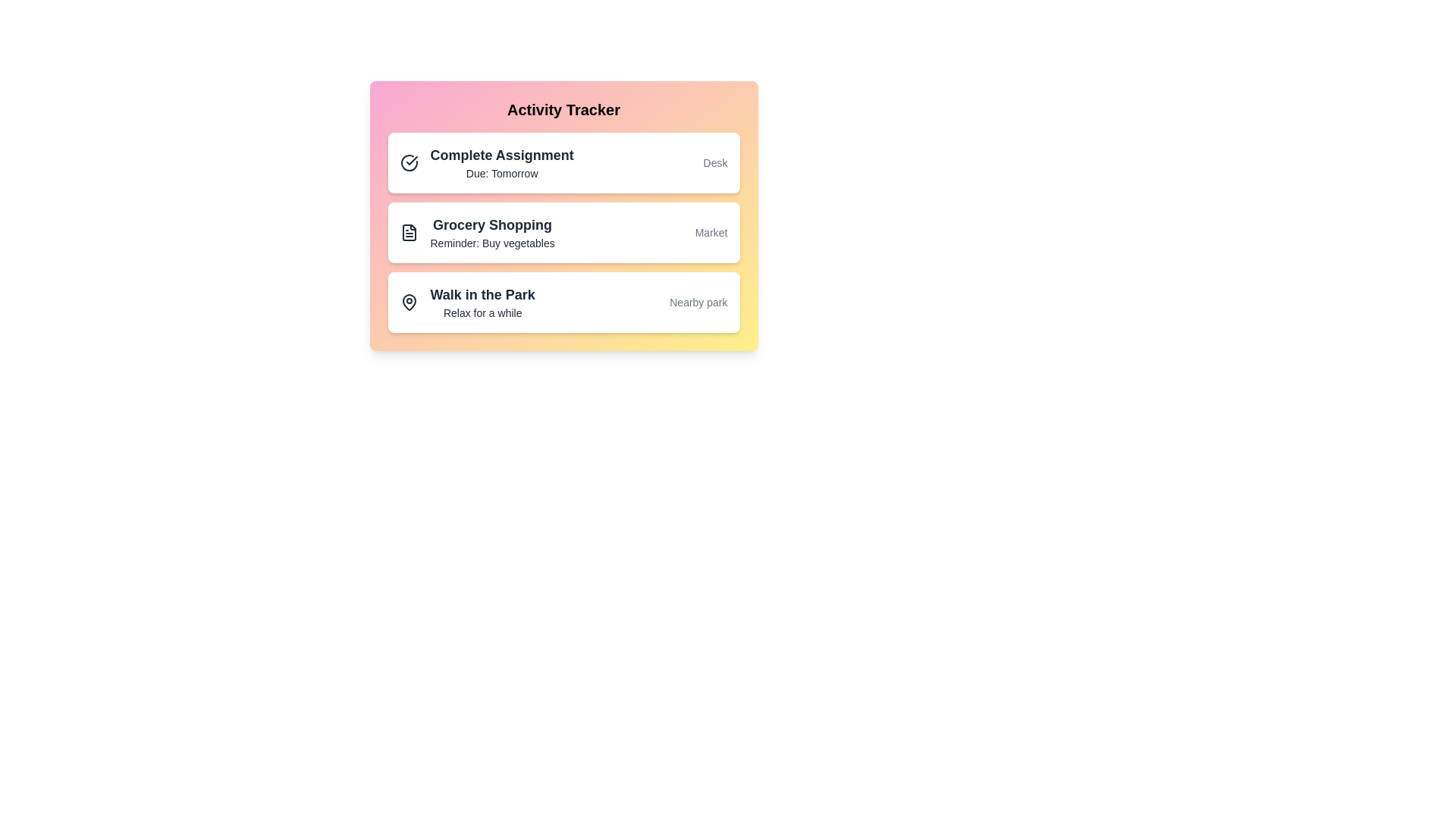 The height and width of the screenshot is (819, 1456). Describe the element at coordinates (502, 155) in the screenshot. I see `the title of the activity item Complete Assignment` at that location.